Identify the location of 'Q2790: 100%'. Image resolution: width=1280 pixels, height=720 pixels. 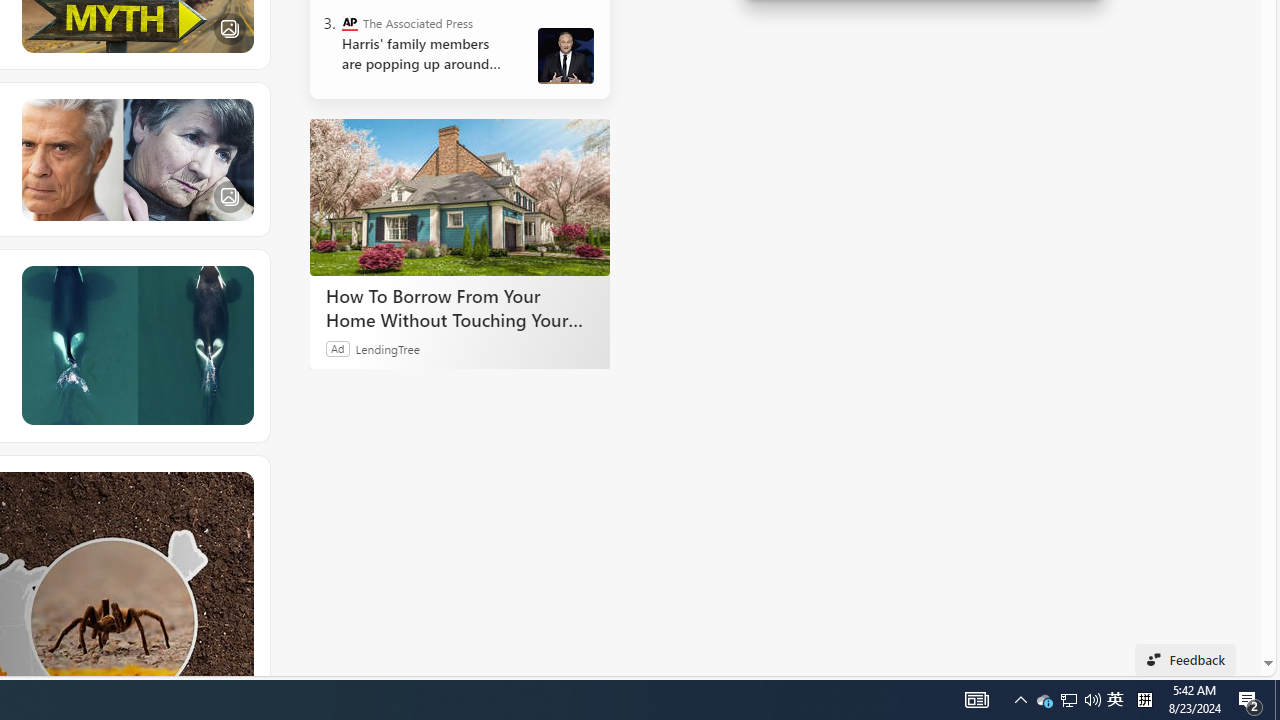
(1144, 698).